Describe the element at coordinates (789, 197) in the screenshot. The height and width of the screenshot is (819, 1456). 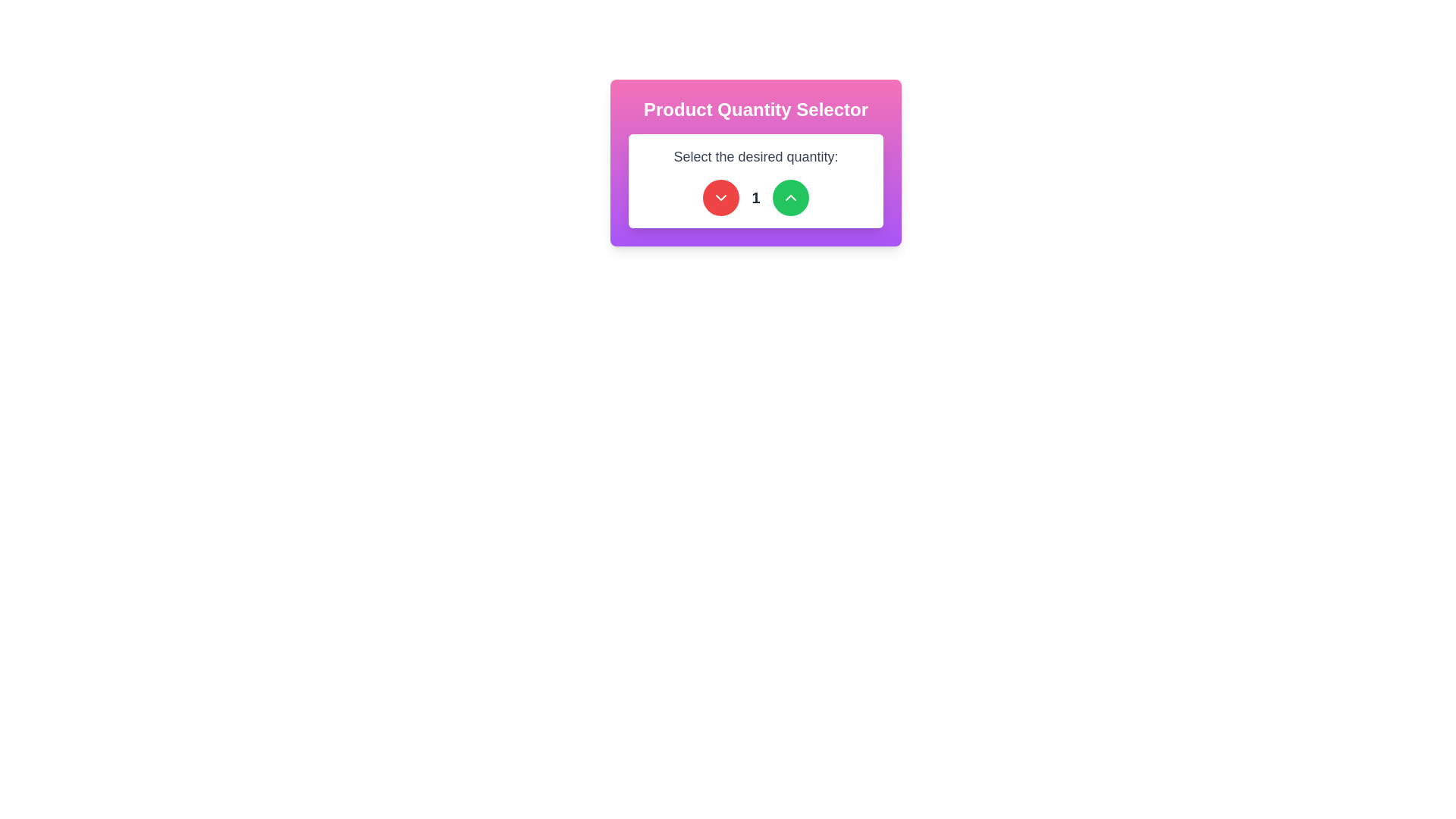
I see `the small upward-pointing chevron icon with a green circular background located in the 'Product Quantity Selector' section, adjacent to the text '1'` at that location.